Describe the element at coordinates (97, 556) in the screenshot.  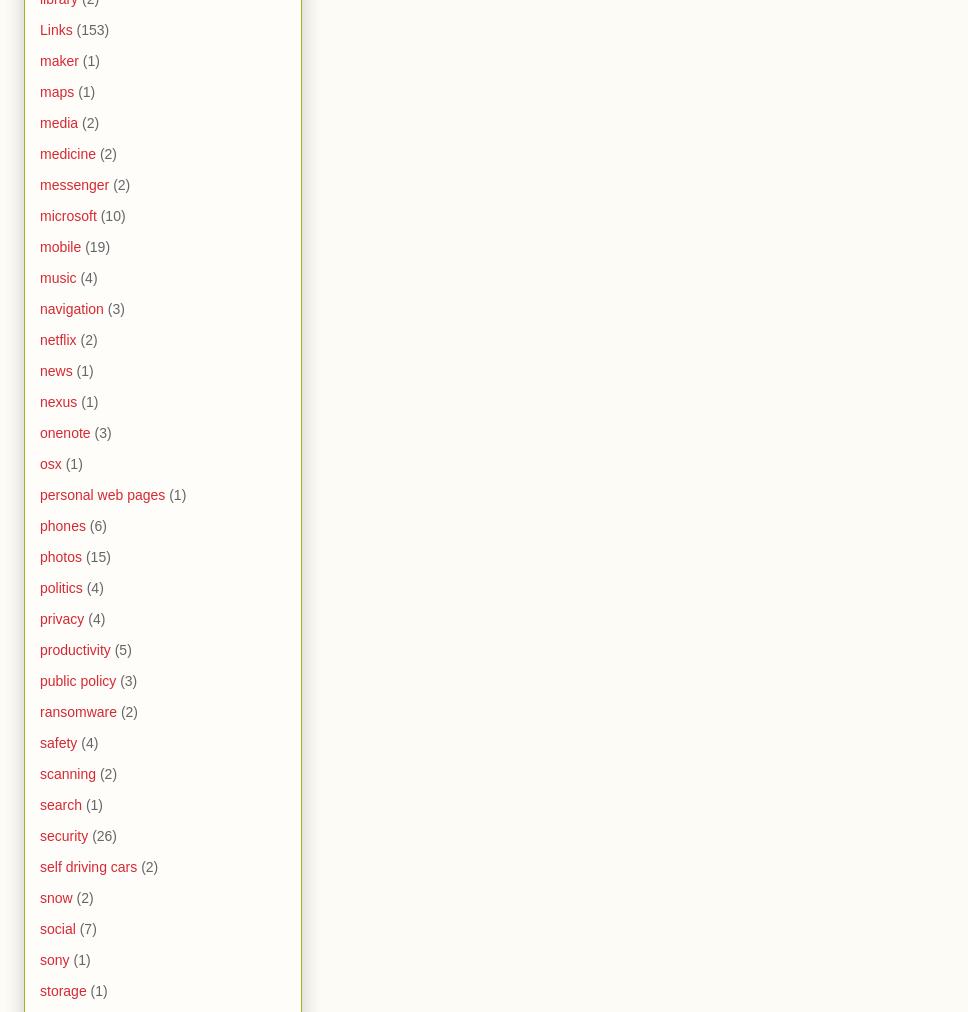
I see `'(15)'` at that location.